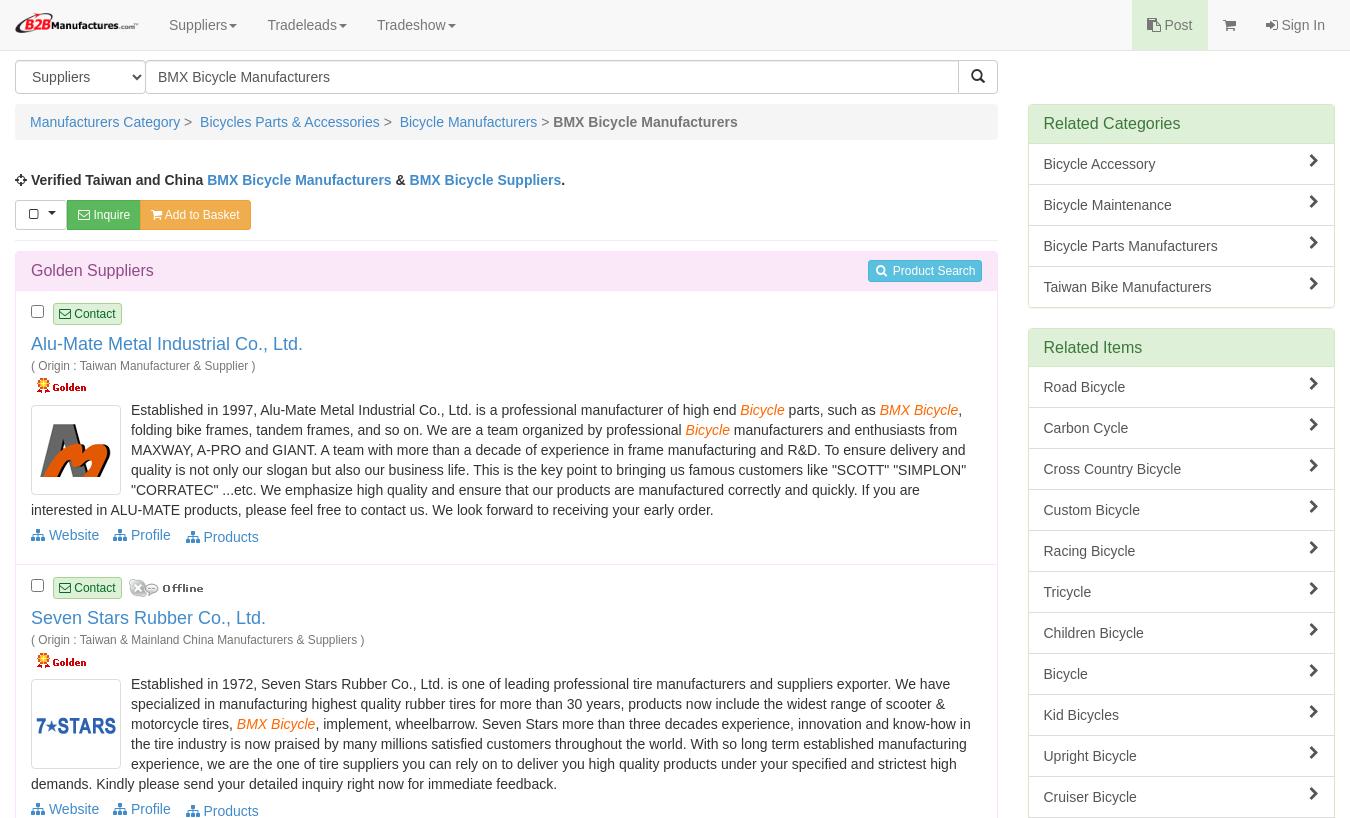 This screenshot has height=818, width=1350. Describe the element at coordinates (545, 417) in the screenshot. I see `', folding bike frames, tandem frames, and so on. We are a team organized by professional'` at that location.